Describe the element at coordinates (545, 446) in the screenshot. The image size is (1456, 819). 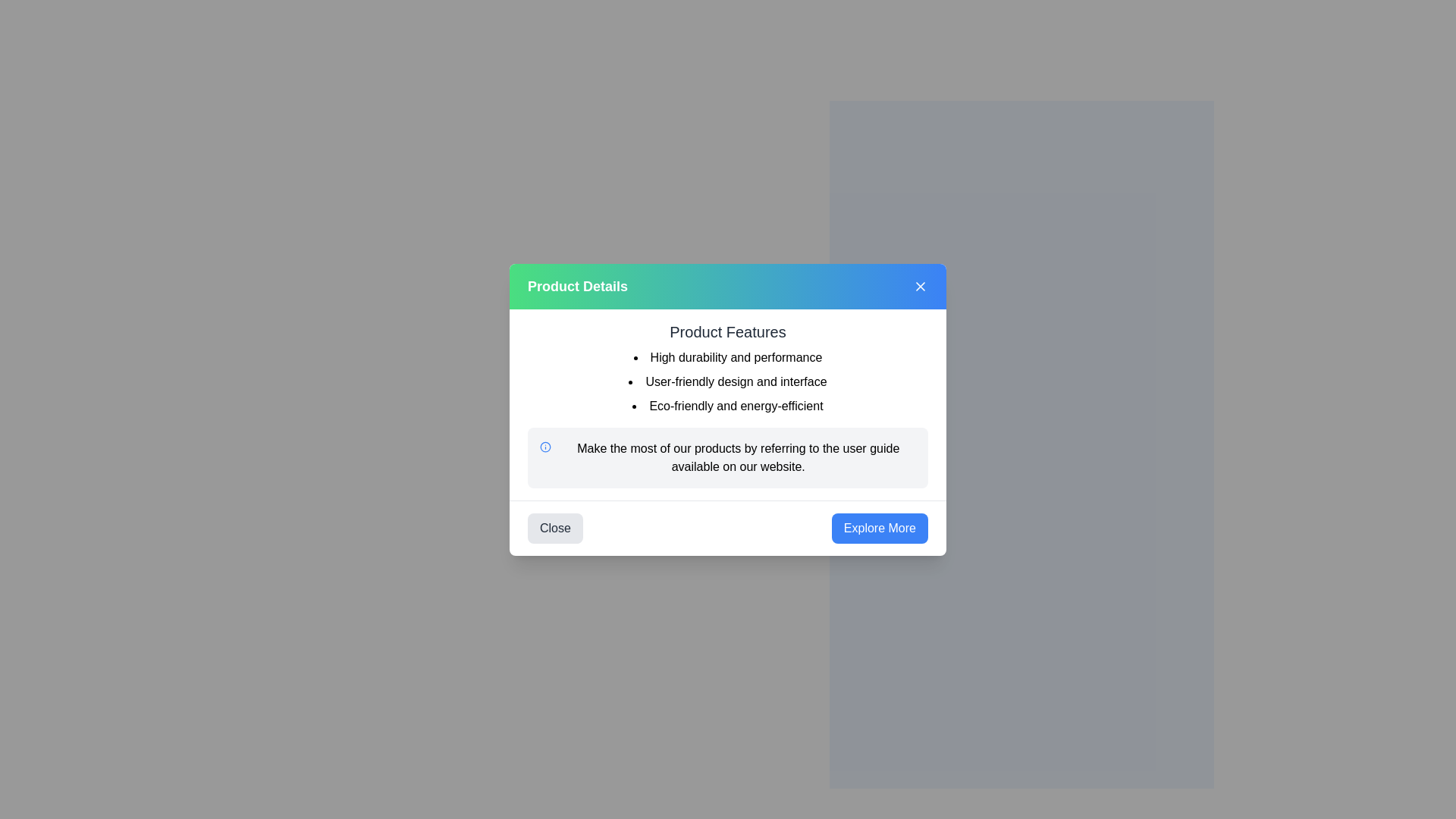
I see `the circular icon represented as an SVG element located centrally within the modal dialog` at that location.